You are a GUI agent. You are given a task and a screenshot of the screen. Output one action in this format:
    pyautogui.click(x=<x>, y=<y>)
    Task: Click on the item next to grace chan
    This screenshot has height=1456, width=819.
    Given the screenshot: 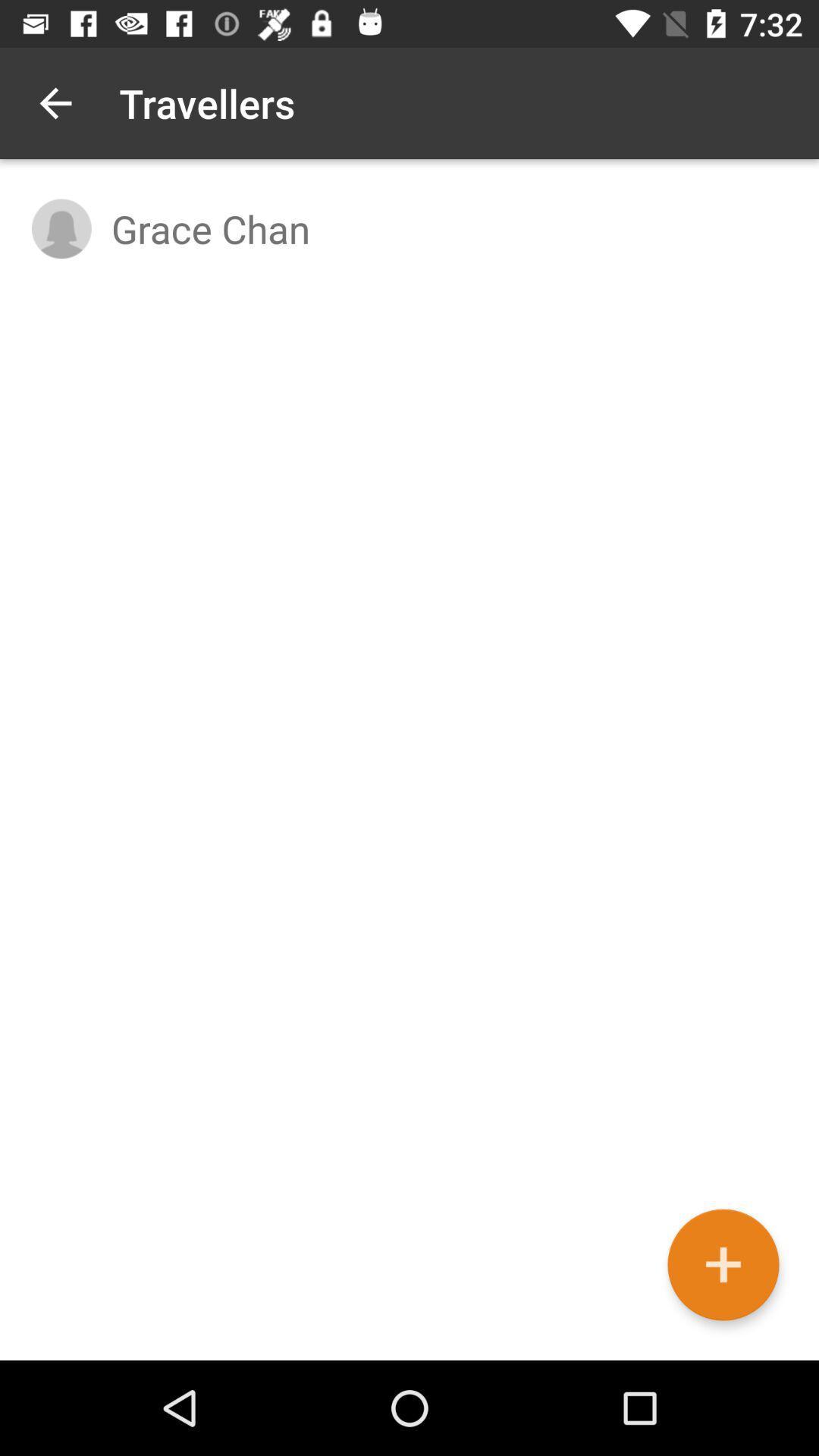 What is the action you would take?
    pyautogui.click(x=61, y=227)
    